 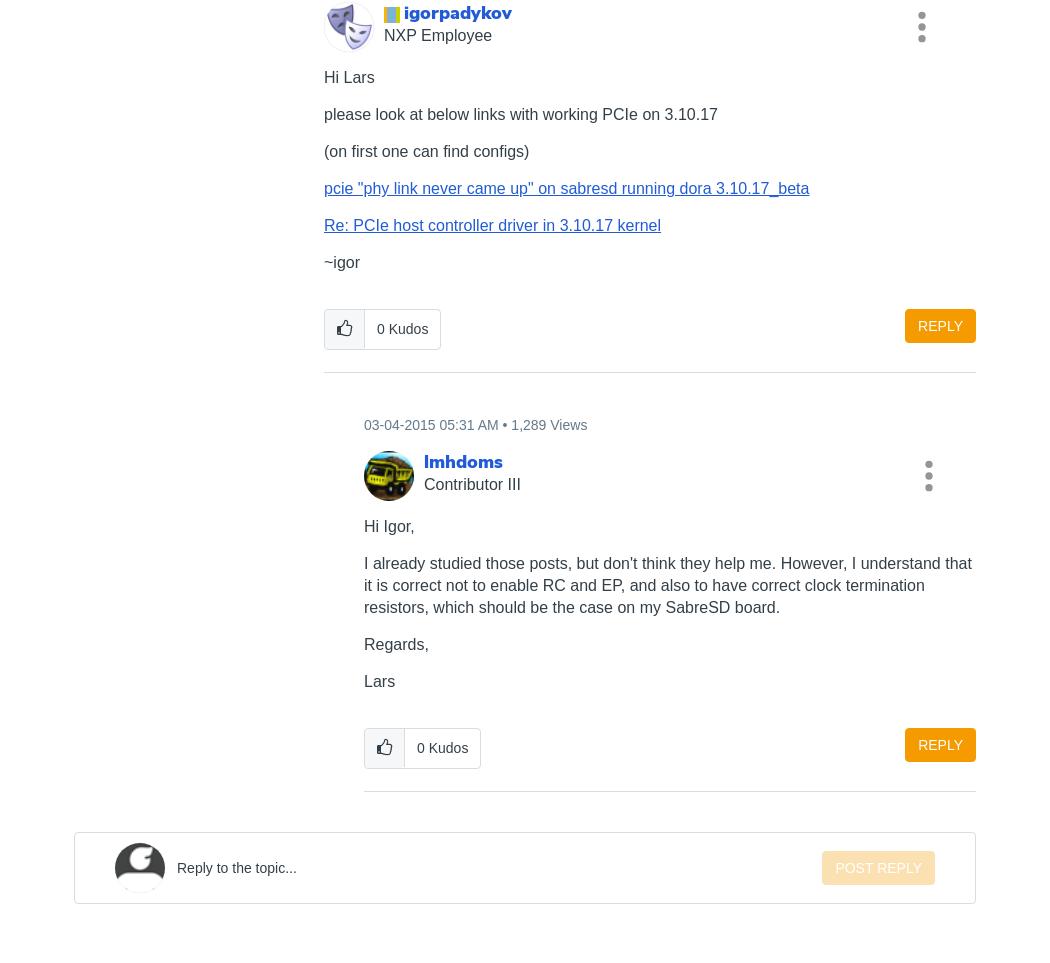 I want to click on 'Hi Lars', so click(x=348, y=77).